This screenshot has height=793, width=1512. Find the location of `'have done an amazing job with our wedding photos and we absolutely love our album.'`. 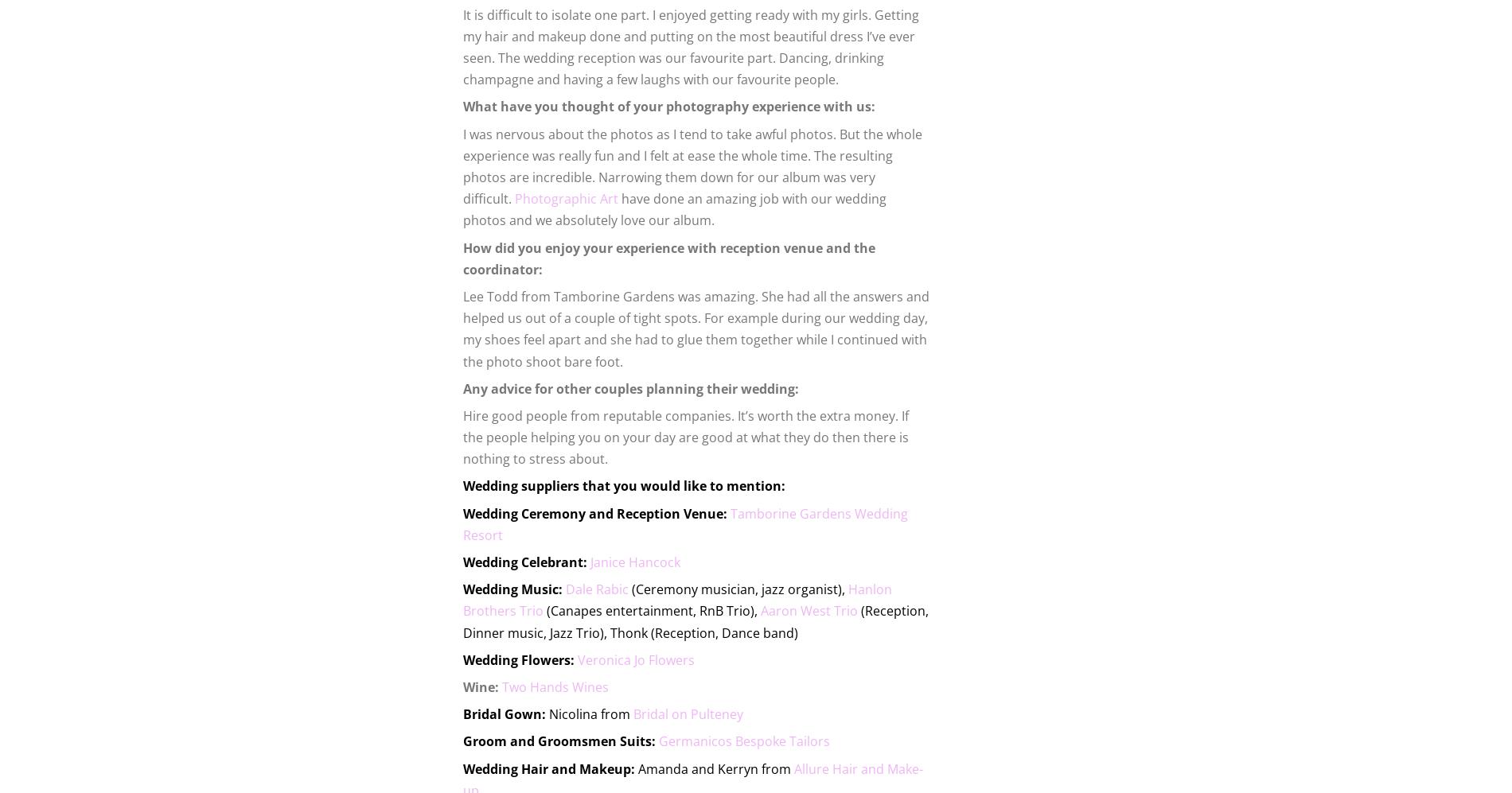

'have done an amazing job with our wedding photos and we absolutely love our album.' is located at coordinates (673, 208).